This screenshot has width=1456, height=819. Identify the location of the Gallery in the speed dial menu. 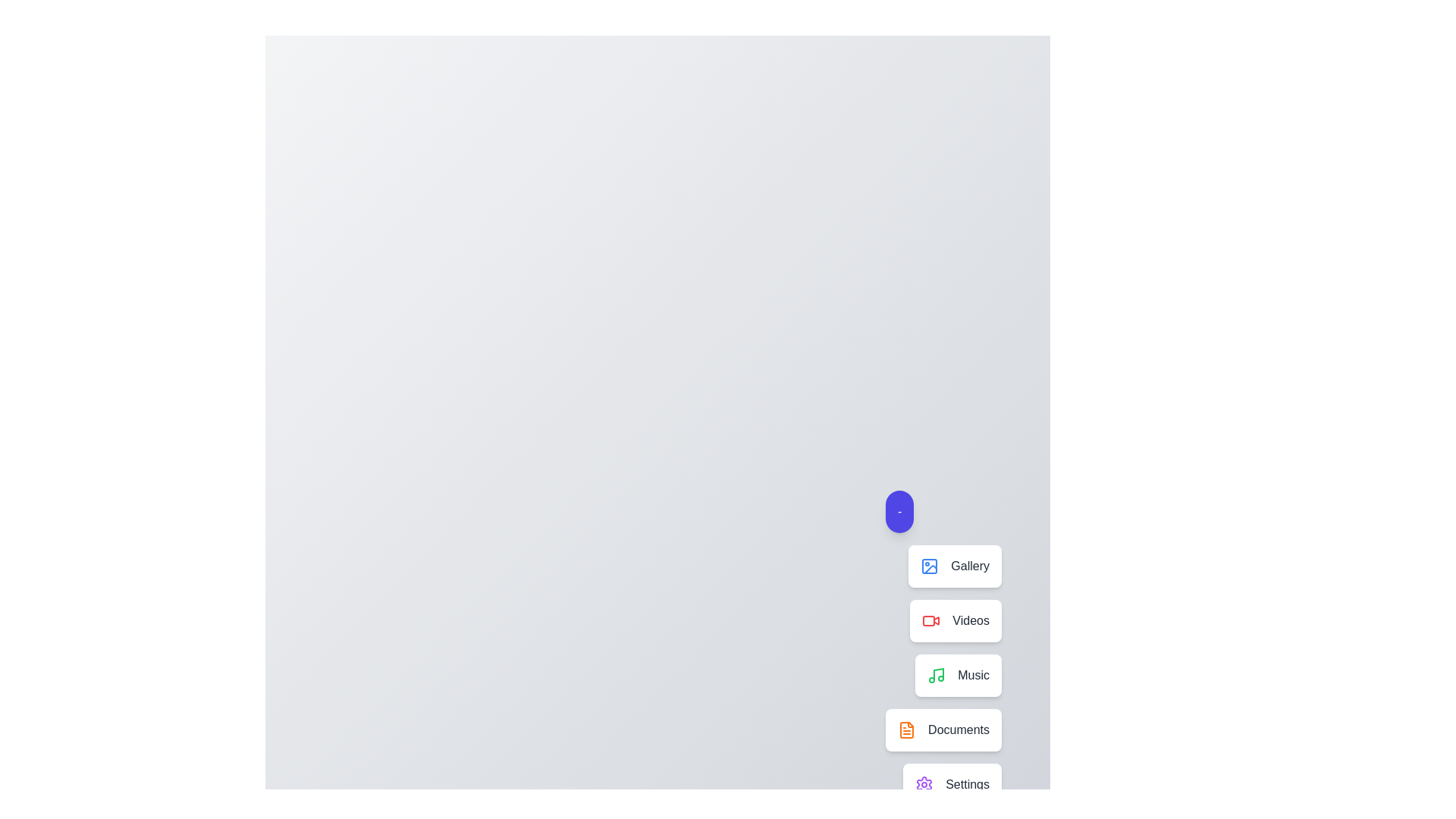
(954, 566).